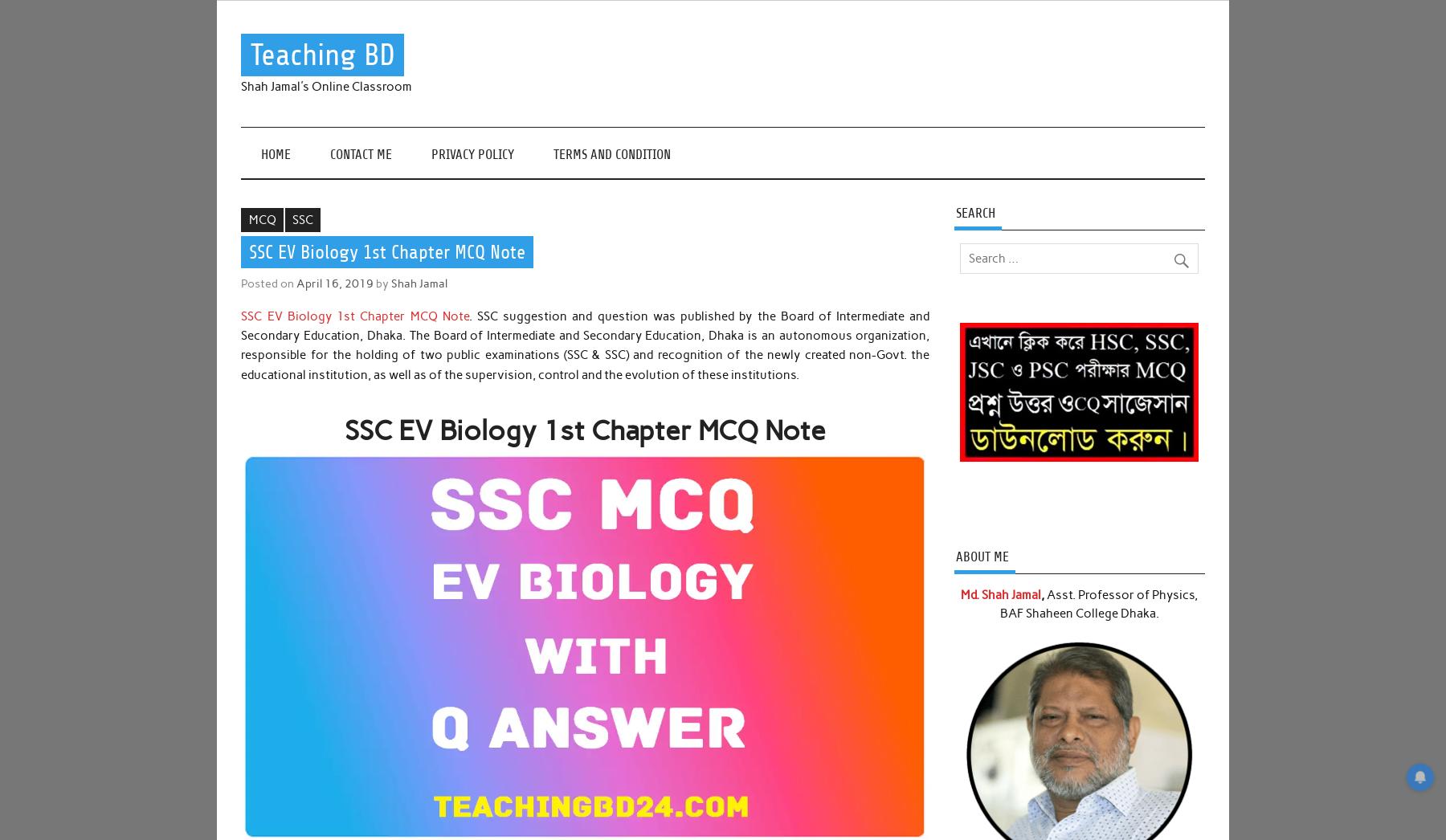 This screenshot has height=840, width=1446. Describe the element at coordinates (419, 281) in the screenshot. I see `'Shah Jamal'` at that location.